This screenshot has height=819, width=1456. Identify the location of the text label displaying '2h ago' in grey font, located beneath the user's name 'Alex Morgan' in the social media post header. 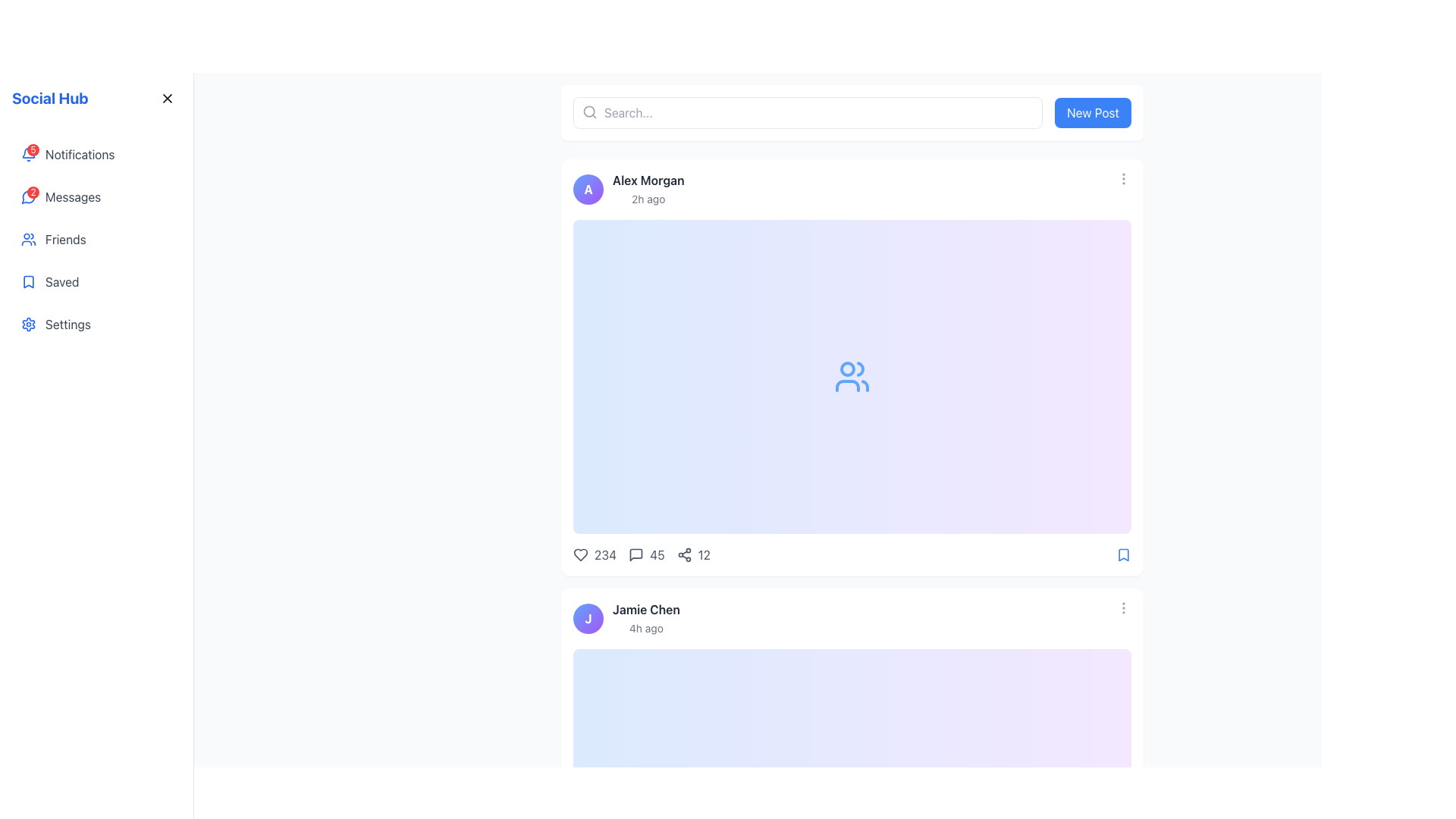
(648, 198).